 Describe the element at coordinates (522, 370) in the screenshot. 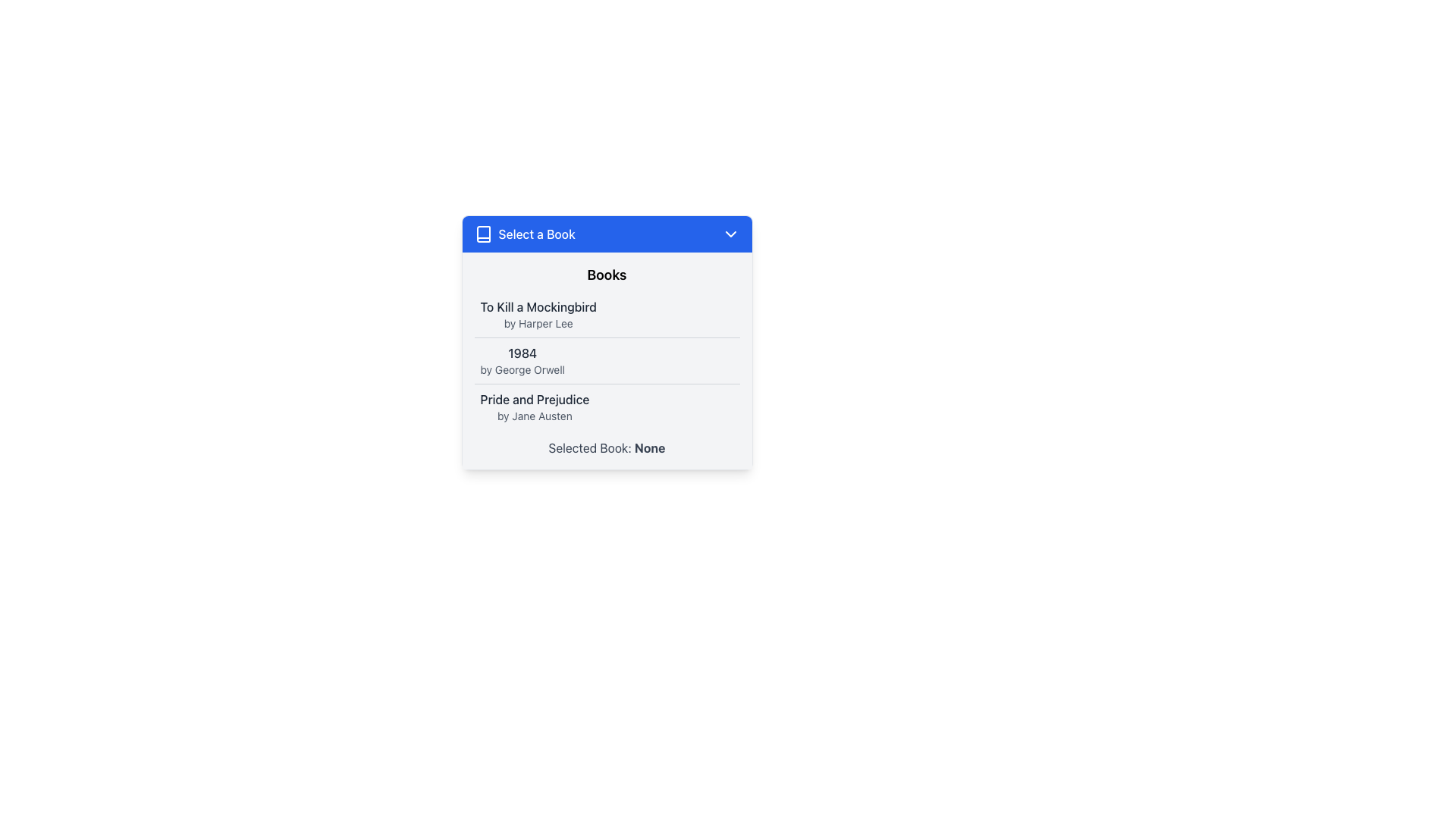

I see `the text label displaying 'by George Orwell', which is a small gray text located under the title '1984' in the book selection menu` at that location.